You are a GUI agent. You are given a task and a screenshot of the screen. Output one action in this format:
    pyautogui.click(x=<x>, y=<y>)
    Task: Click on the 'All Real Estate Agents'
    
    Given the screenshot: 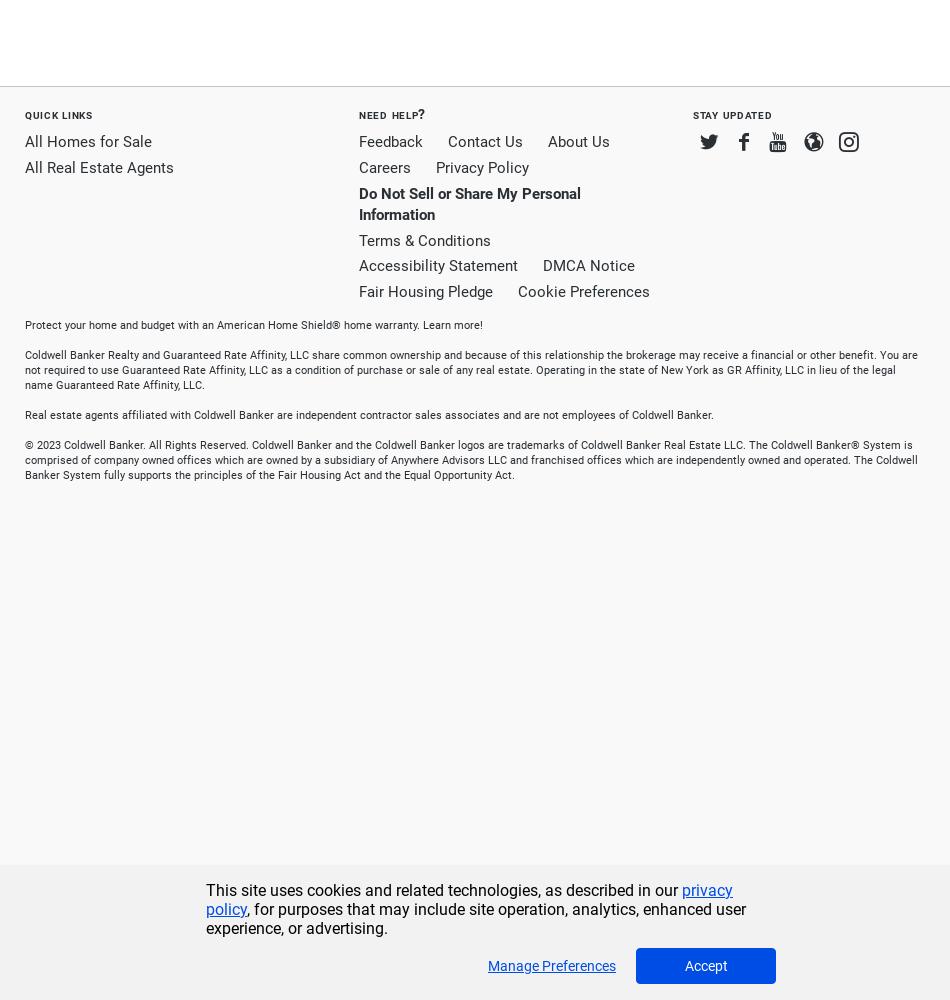 What is the action you would take?
    pyautogui.click(x=99, y=168)
    